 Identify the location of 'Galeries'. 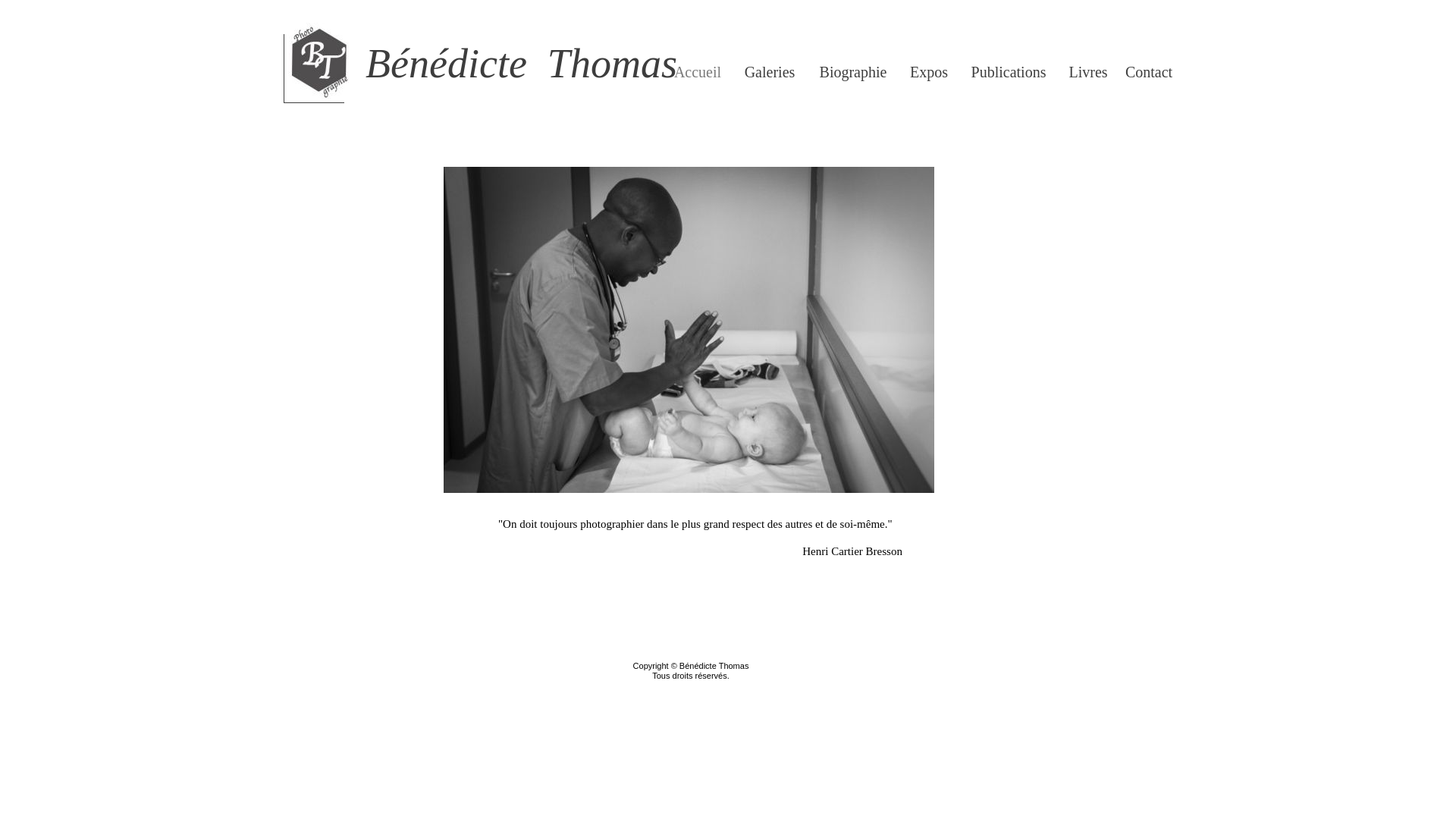
(770, 72).